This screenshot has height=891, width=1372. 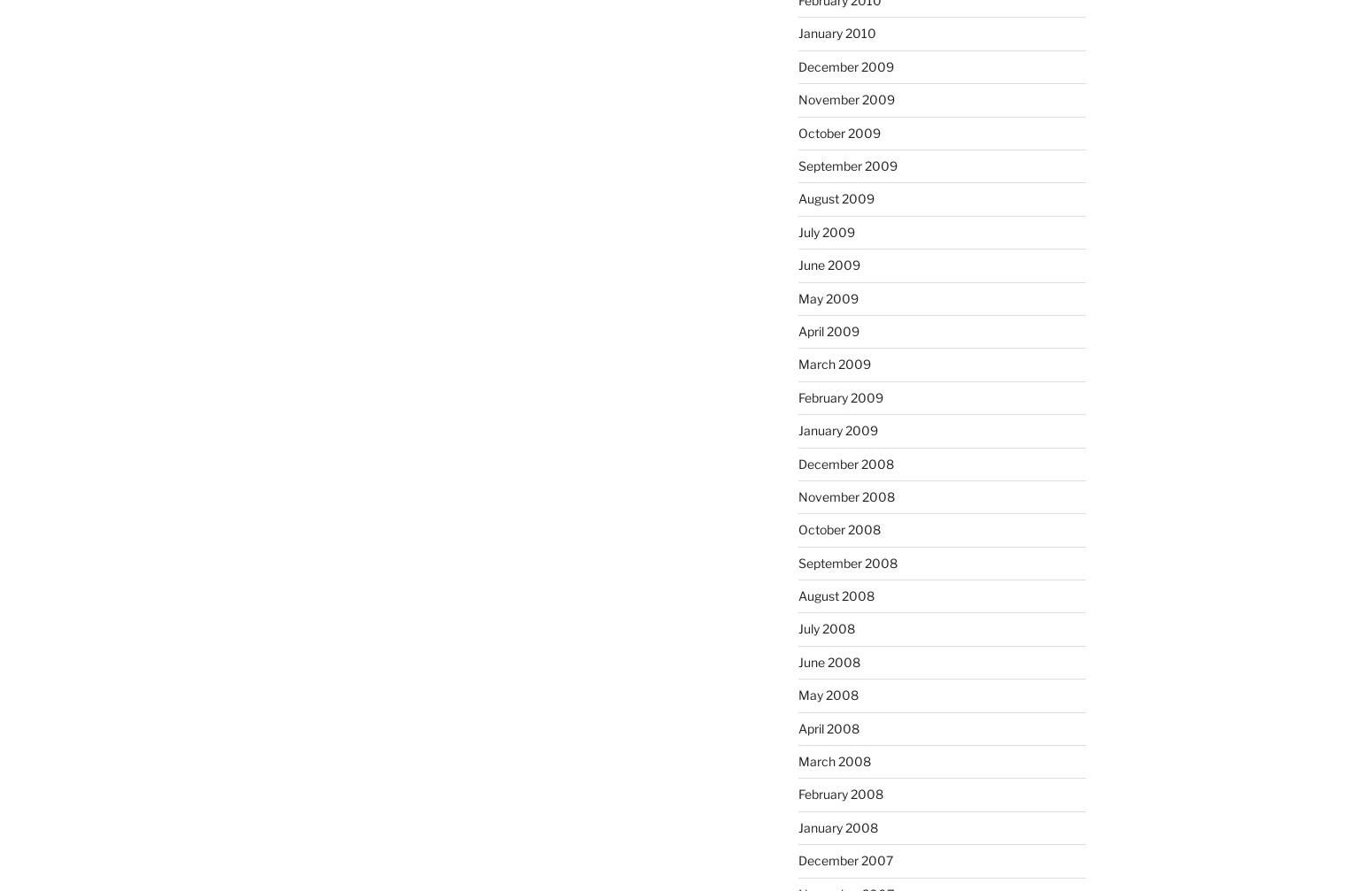 I want to click on 'June 2008', so click(x=828, y=660).